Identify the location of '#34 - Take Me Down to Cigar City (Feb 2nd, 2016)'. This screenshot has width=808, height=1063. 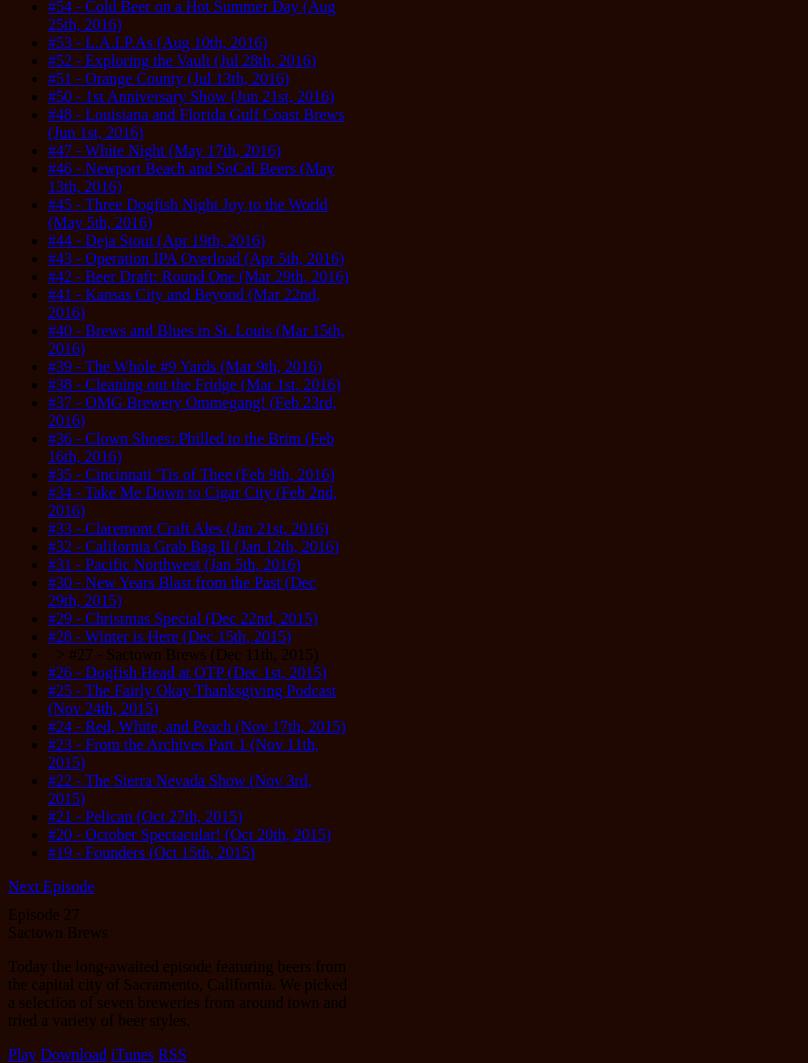
(47, 501).